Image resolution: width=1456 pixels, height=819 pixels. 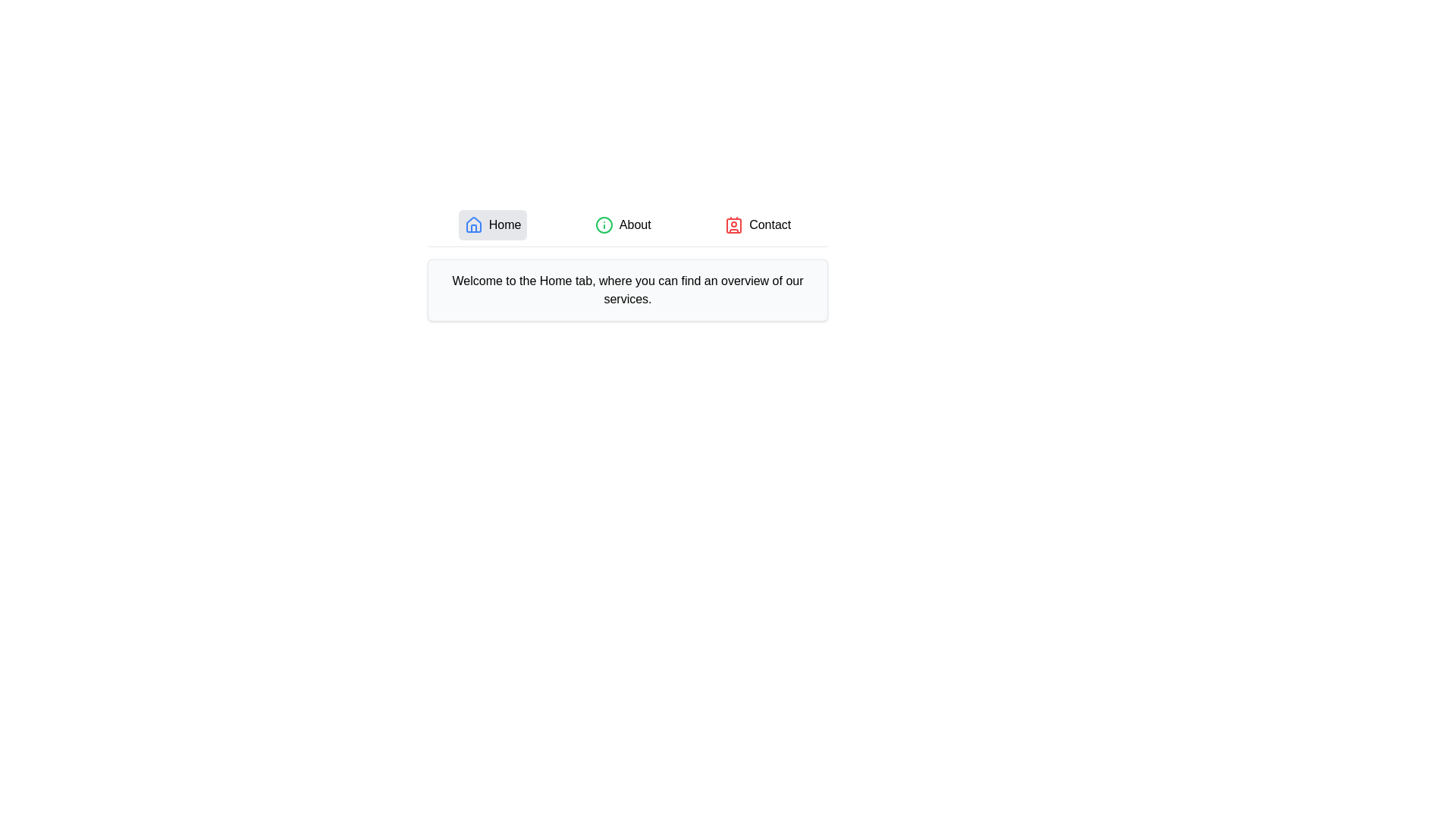 I want to click on the Contact tab to view its content, so click(x=758, y=225).